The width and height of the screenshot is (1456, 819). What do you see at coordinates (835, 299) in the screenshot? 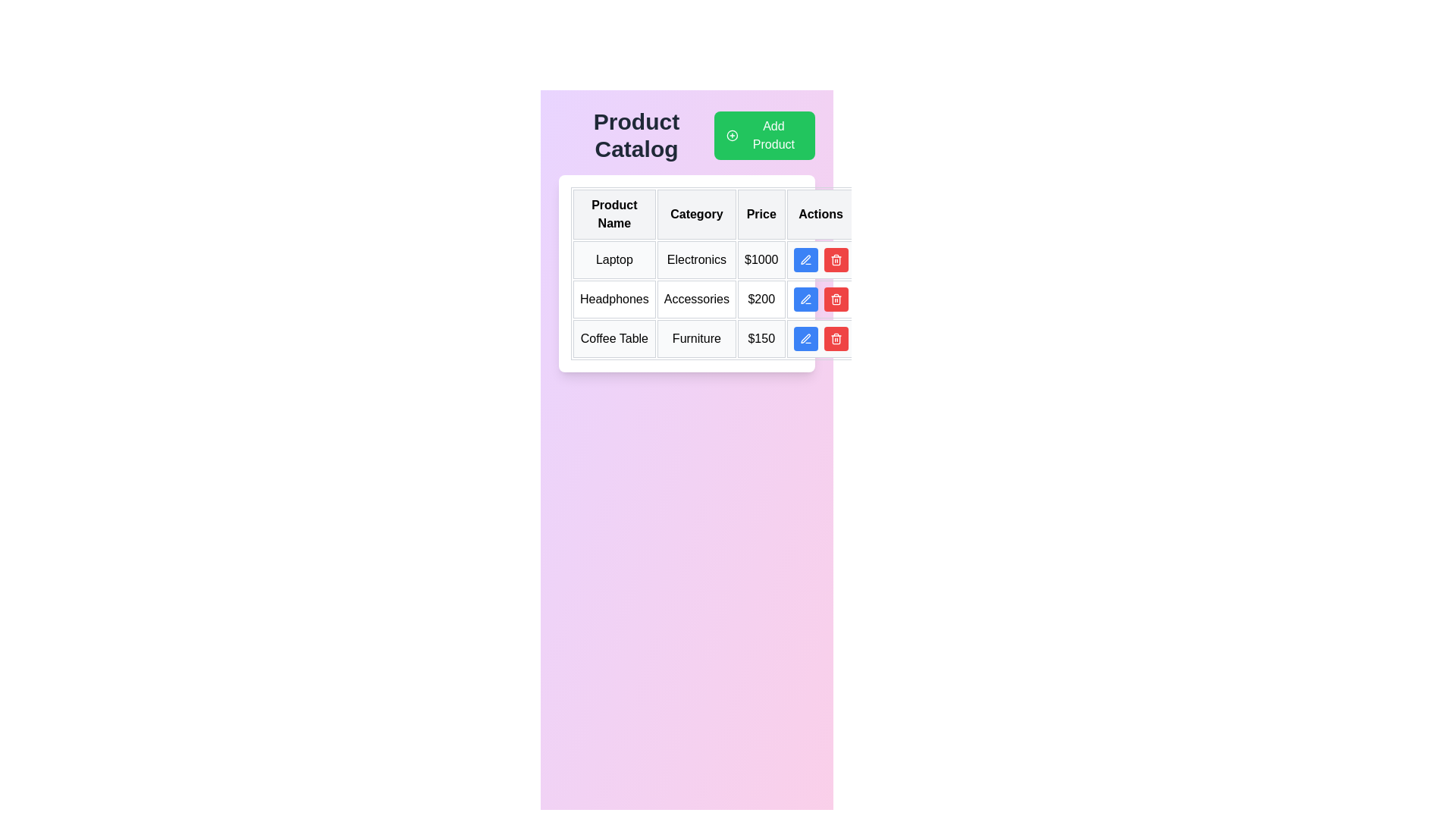
I see `the delete button located in the actions column of the third row, associated with the 'Coffee Table' entry` at bounding box center [835, 299].